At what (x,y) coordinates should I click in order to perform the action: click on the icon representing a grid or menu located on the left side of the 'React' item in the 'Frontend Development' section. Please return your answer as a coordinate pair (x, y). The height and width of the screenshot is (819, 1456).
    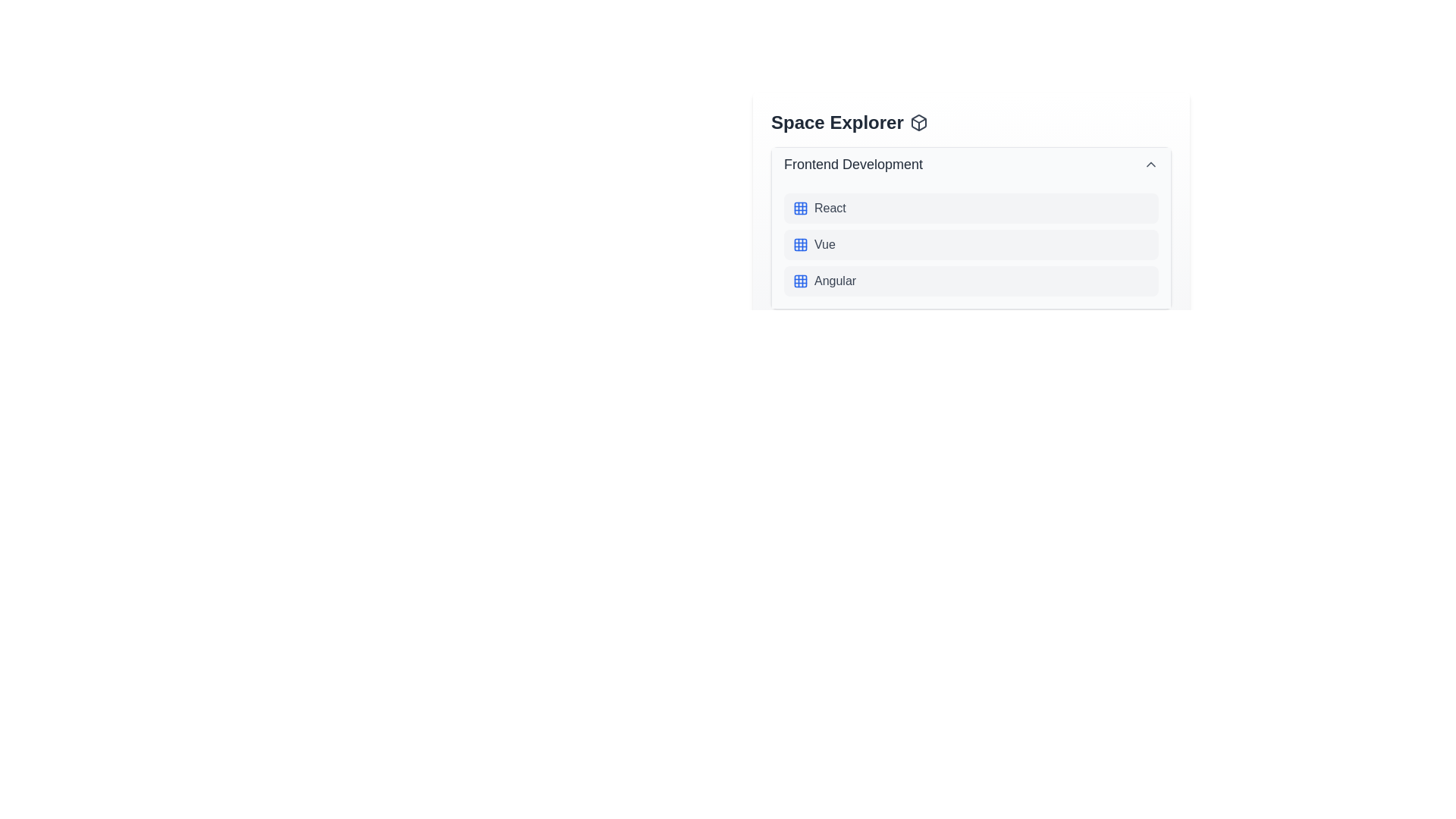
    Looking at the image, I should click on (800, 208).